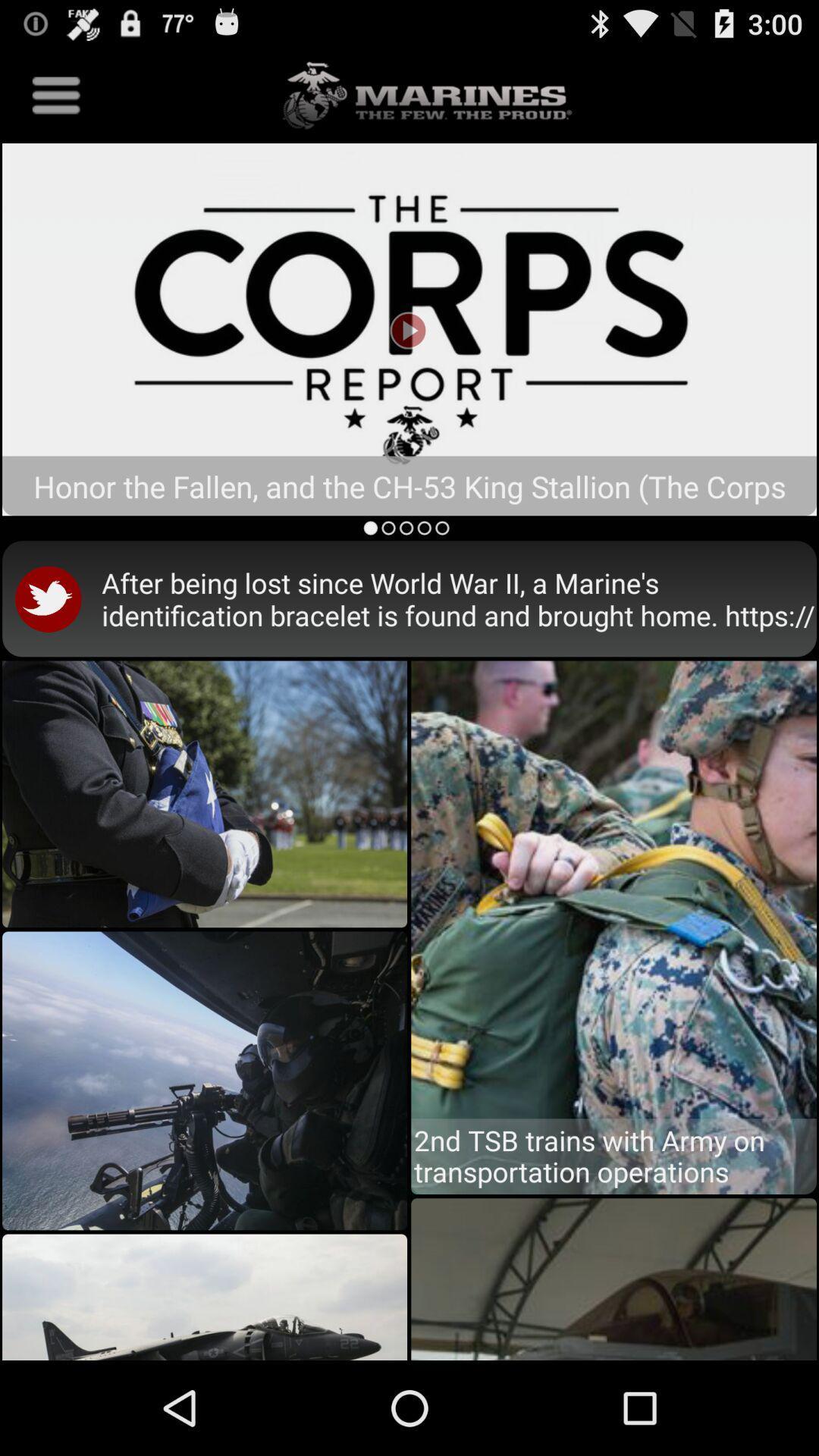 The image size is (819, 1456). What do you see at coordinates (55, 94) in the screenshot?
I see `menu button at top left` at bounding box center [55, 94].